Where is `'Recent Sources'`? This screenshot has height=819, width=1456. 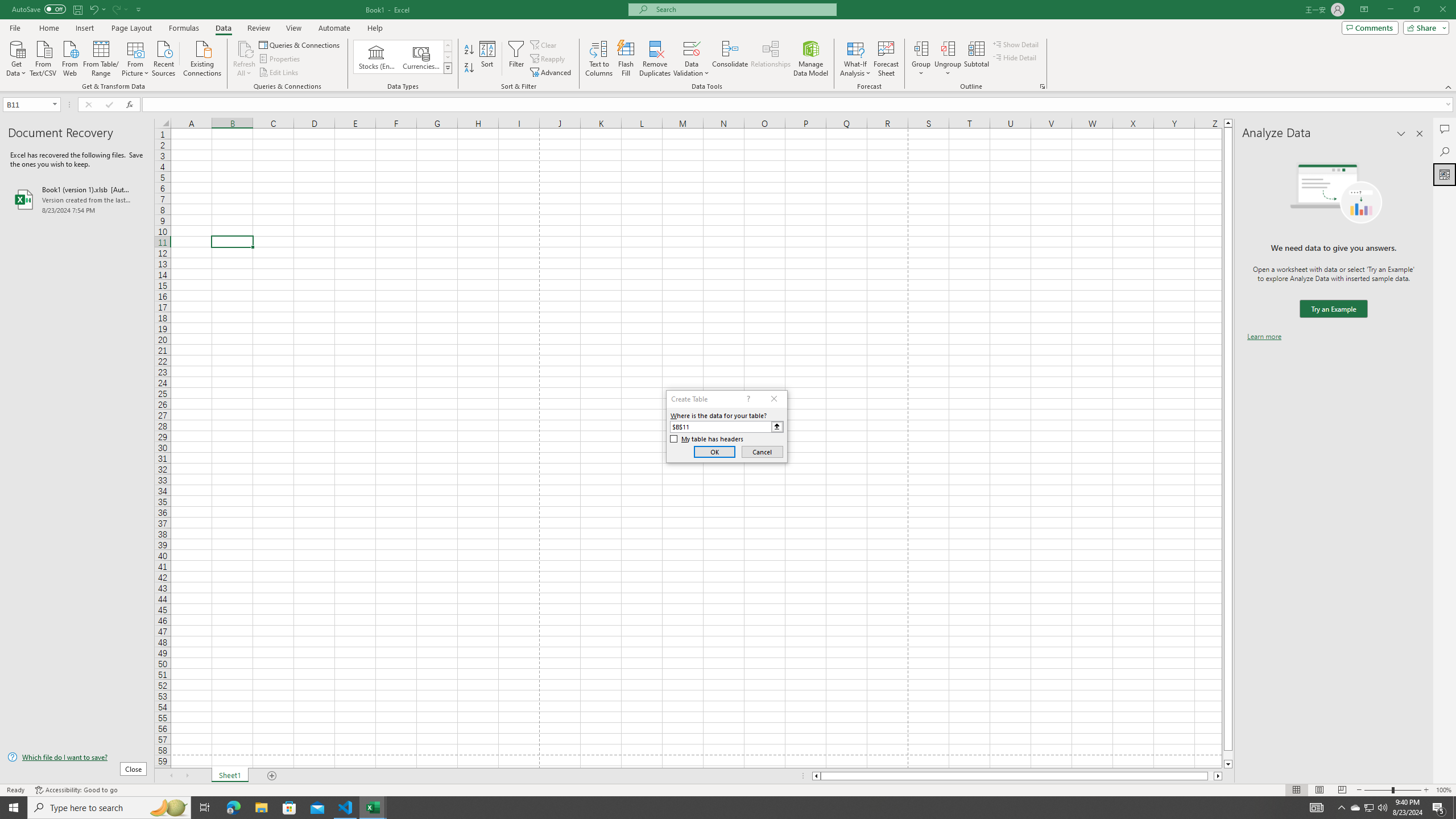 'Recent Sources' is located at coordinates (164, 57).